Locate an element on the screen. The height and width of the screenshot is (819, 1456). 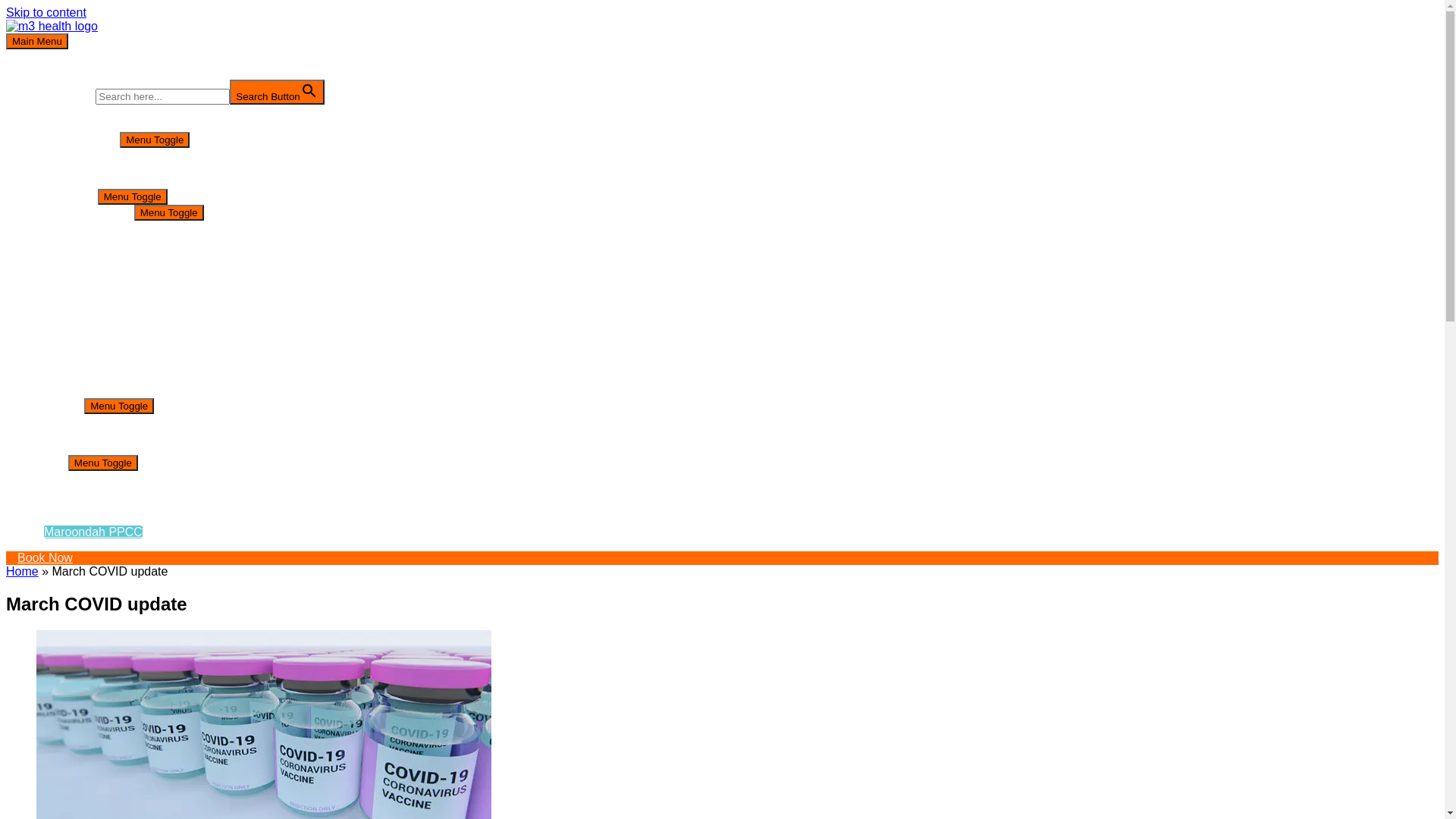
'HOME' is located at coordinates (55, 110).